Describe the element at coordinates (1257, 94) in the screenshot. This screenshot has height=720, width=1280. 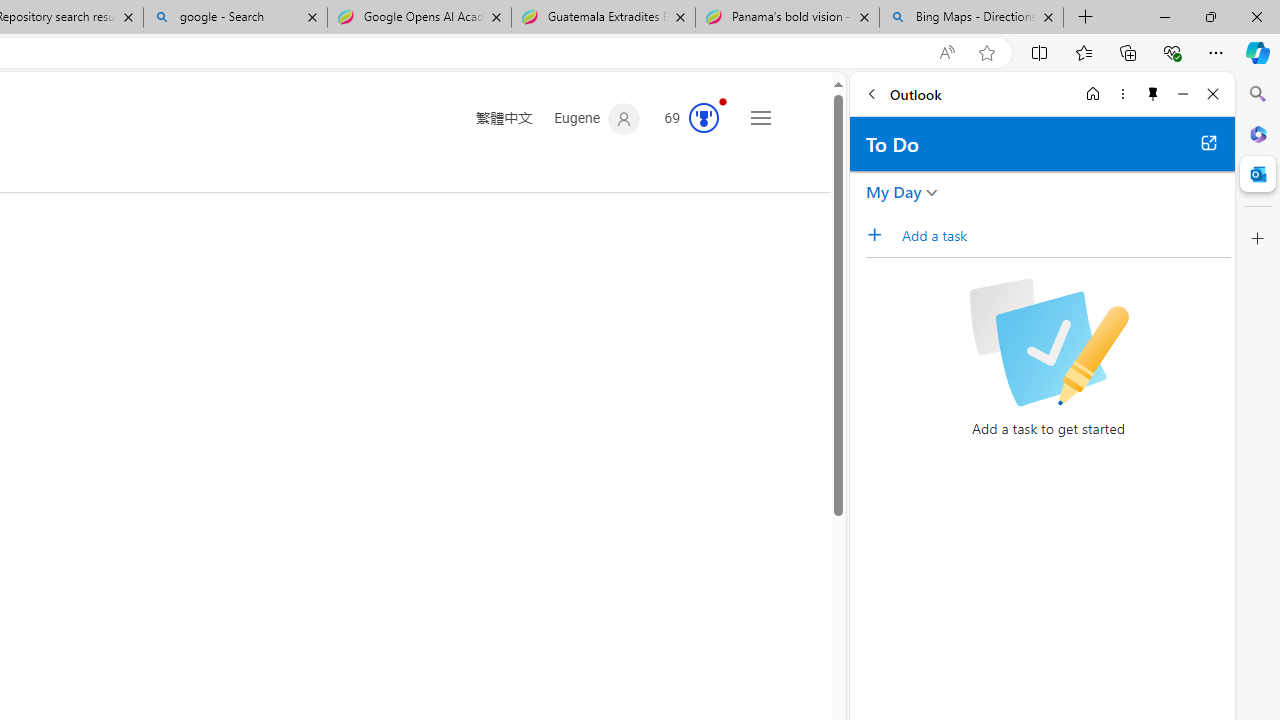
I see `'Search'` at that location.